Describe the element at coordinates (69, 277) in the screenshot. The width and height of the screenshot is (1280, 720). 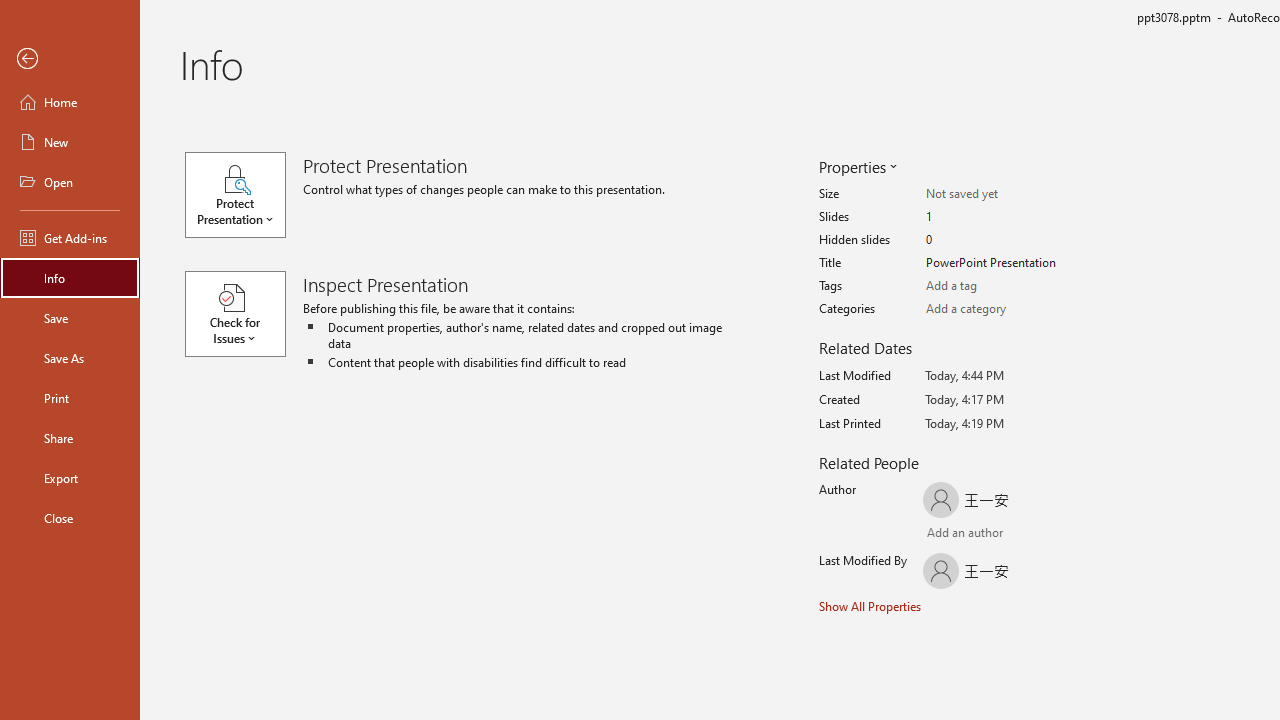
I see `'Info'` at that location.